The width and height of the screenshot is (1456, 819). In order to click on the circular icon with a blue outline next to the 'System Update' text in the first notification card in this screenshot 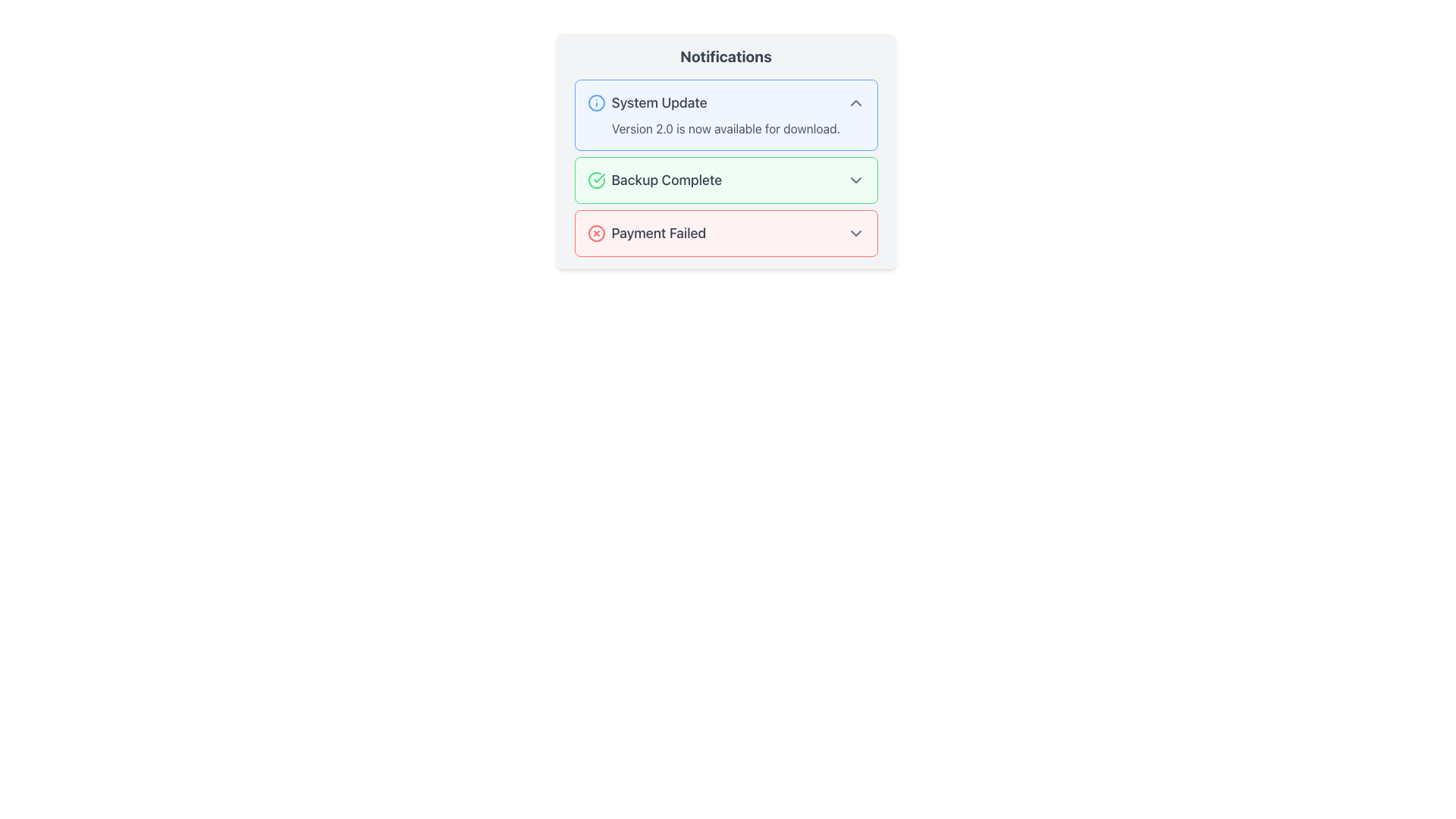, I will do `click(595, 102)`.